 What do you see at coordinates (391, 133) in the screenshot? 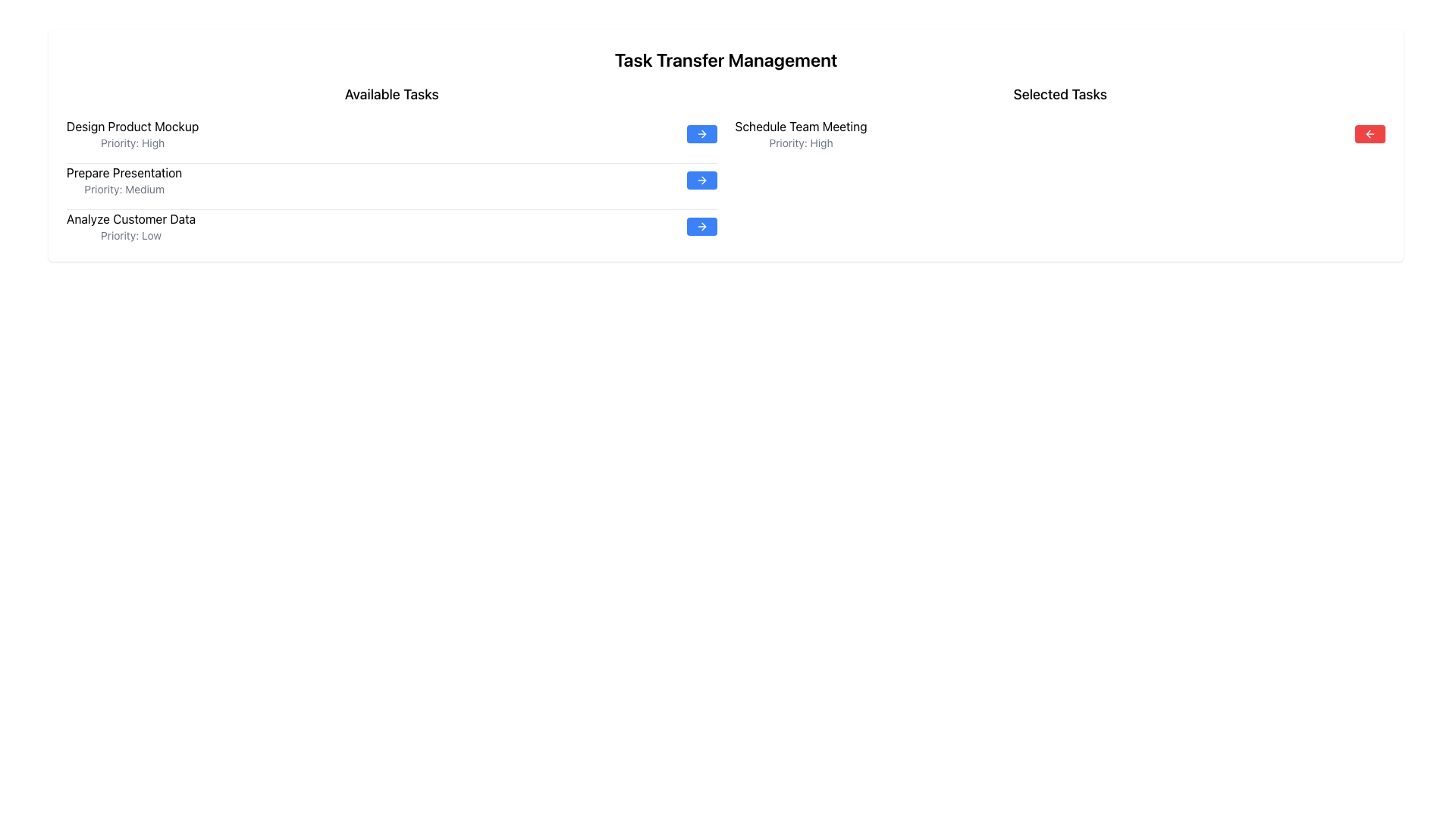
I see `the first task entry in the 'Available Tasks' section` at bounding box center [391, 133].